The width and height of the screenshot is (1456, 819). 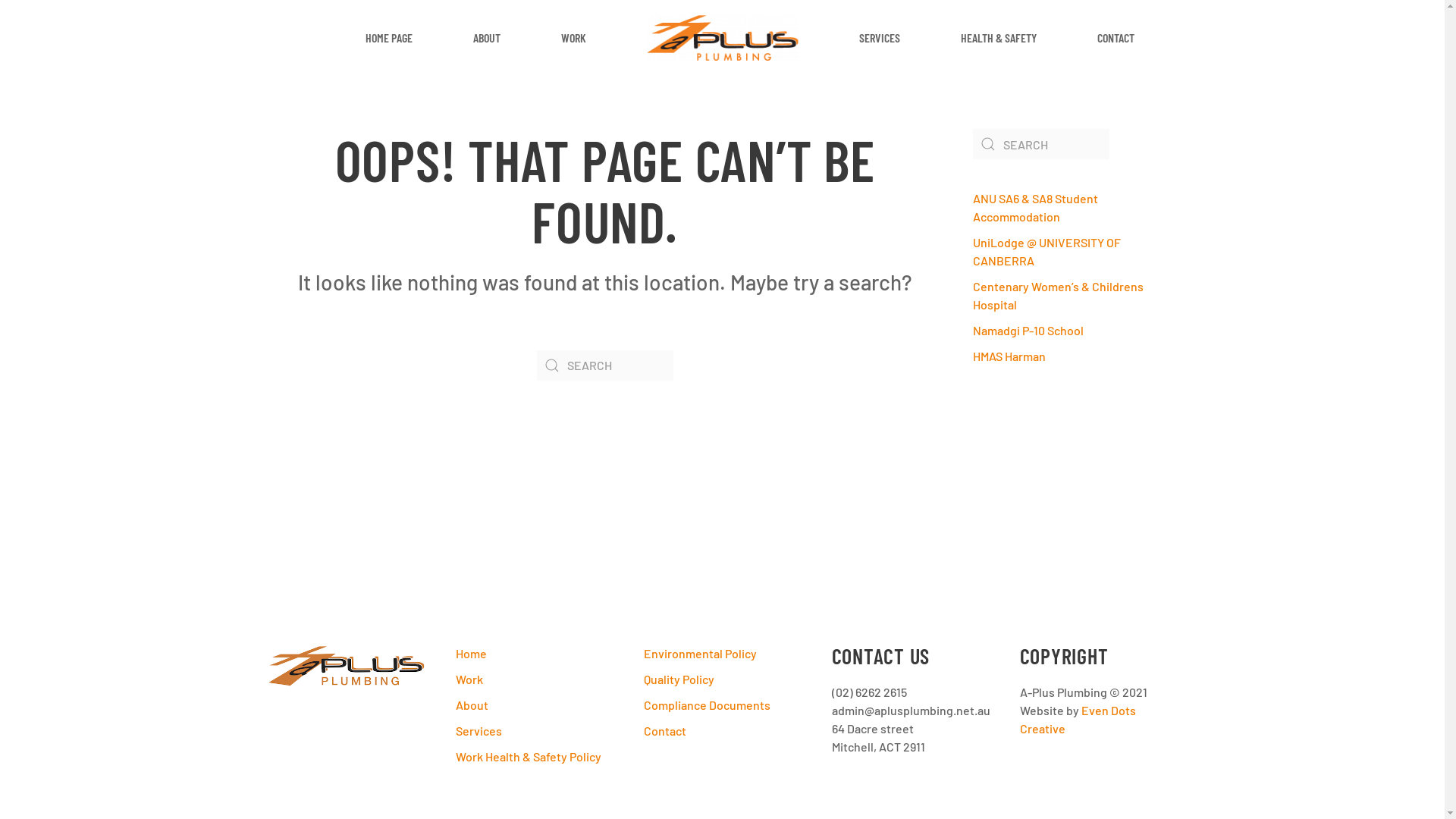 What do you see at coordinates (534, 652) in the screenshot?
I see `'Home'` at bounding box center [534, 652].